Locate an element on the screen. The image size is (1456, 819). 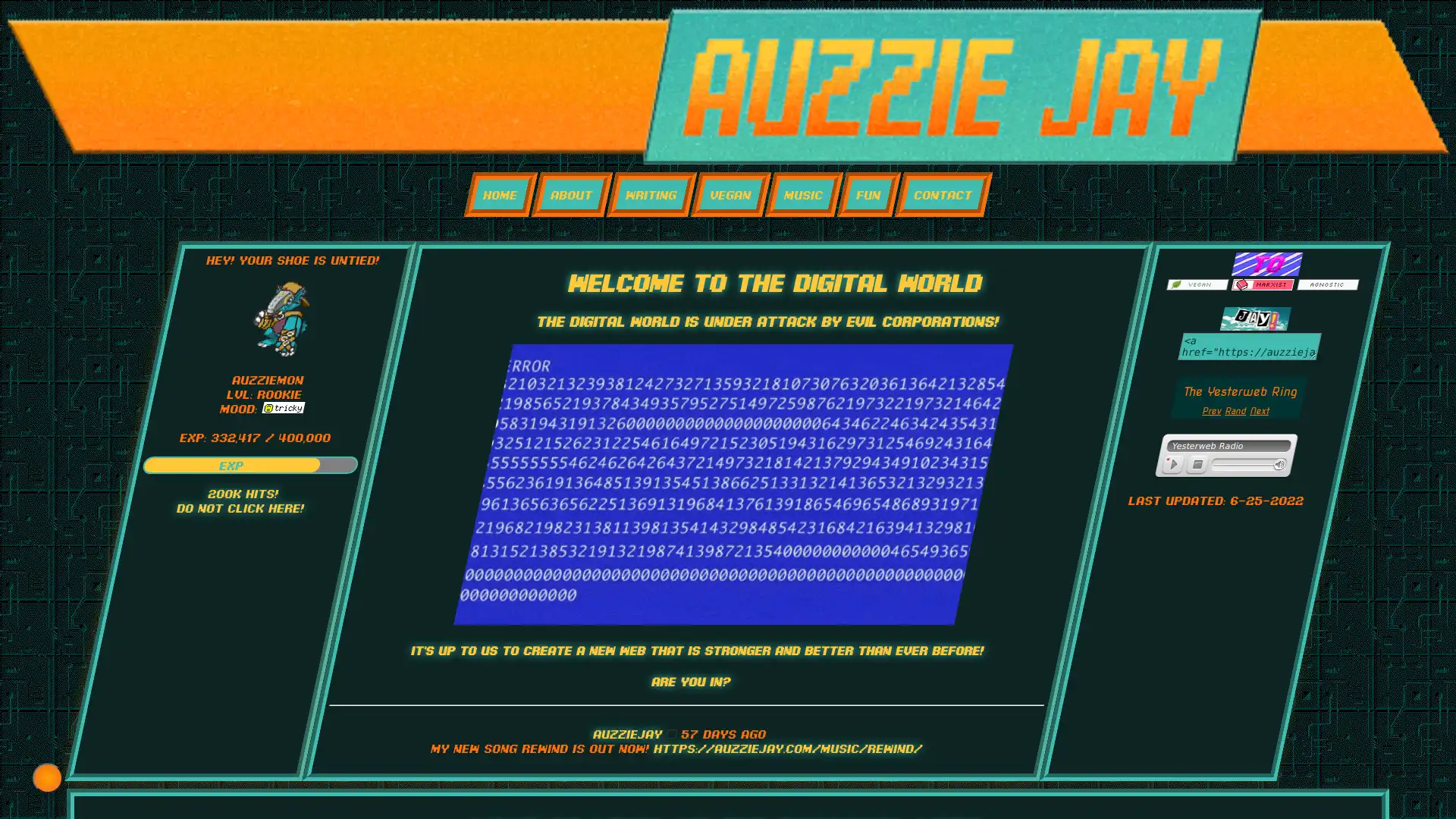
FUN is located at coordinates (868, 193).